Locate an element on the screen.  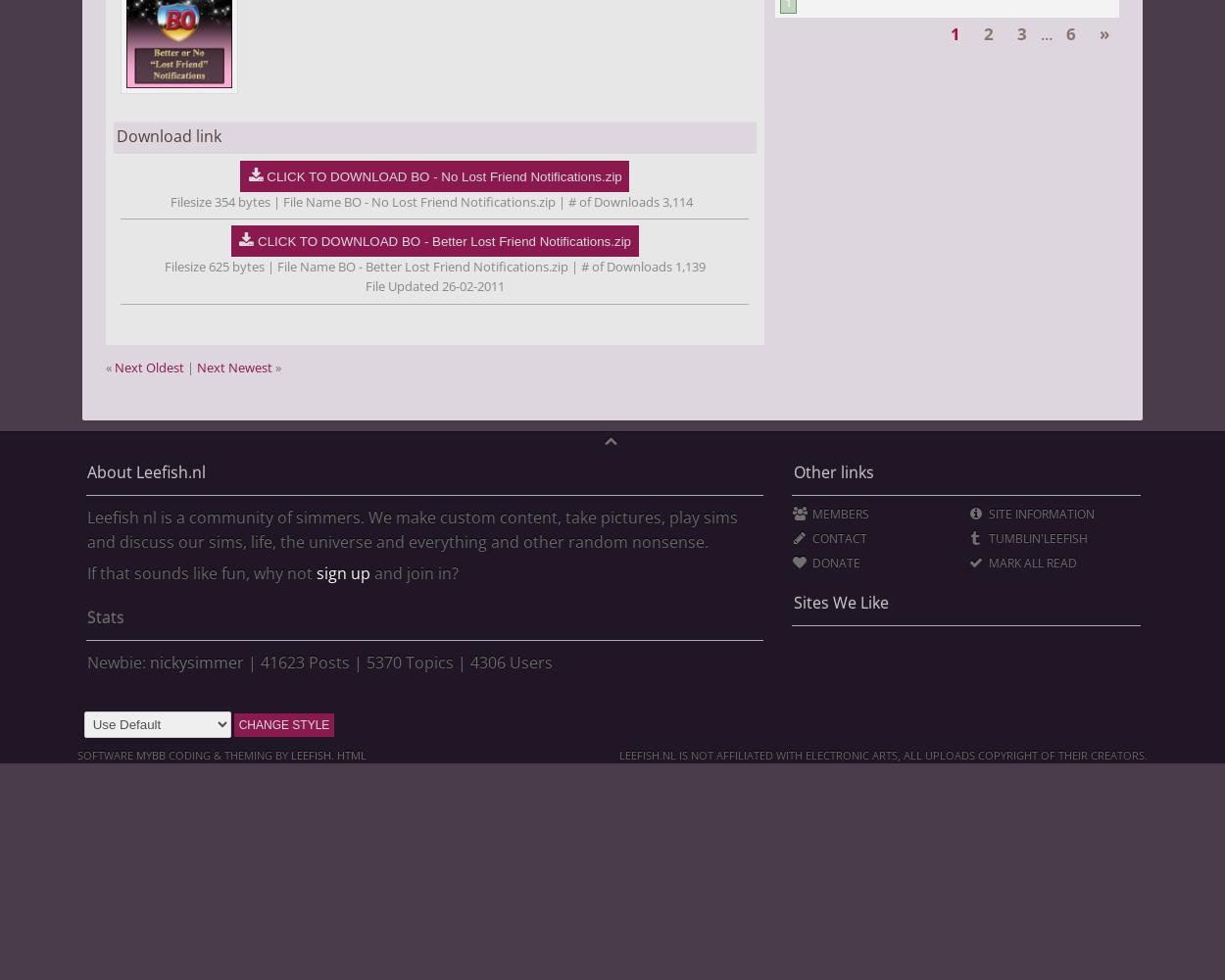
'and join in?' is located at coordinates (414, 572).